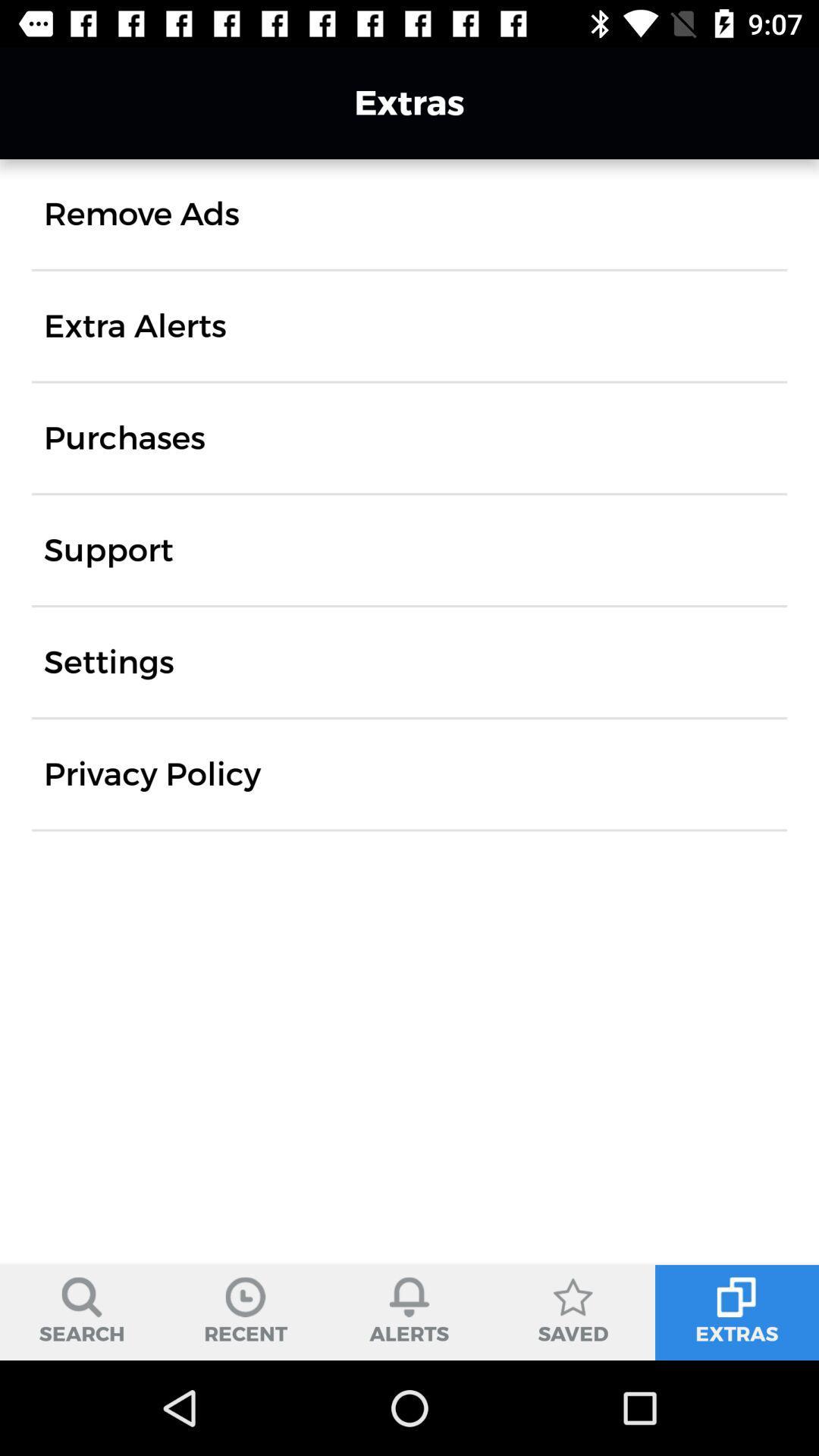  I want to click on icon below the remove ads, so click(134, 325).